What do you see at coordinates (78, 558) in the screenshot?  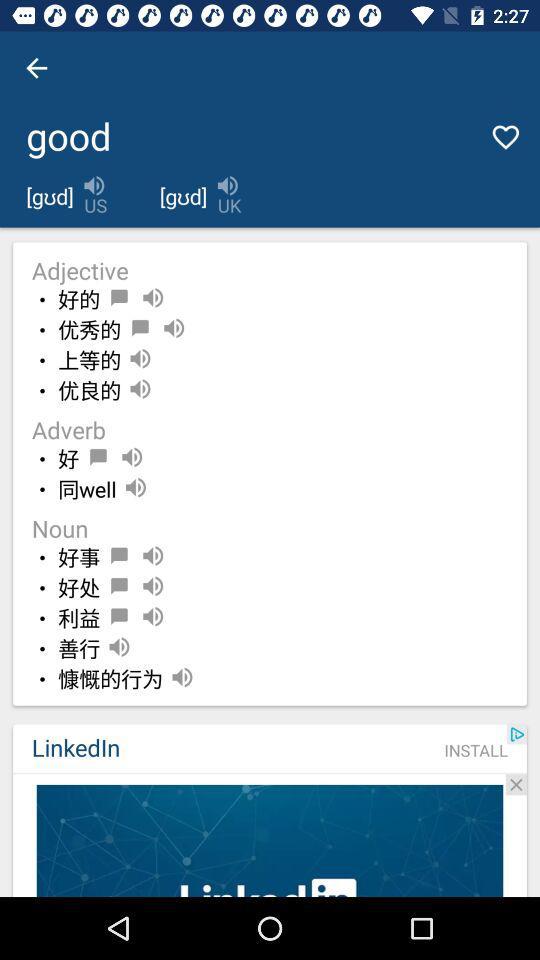 I see `item below noun icon` at bounding box center [78, 558].